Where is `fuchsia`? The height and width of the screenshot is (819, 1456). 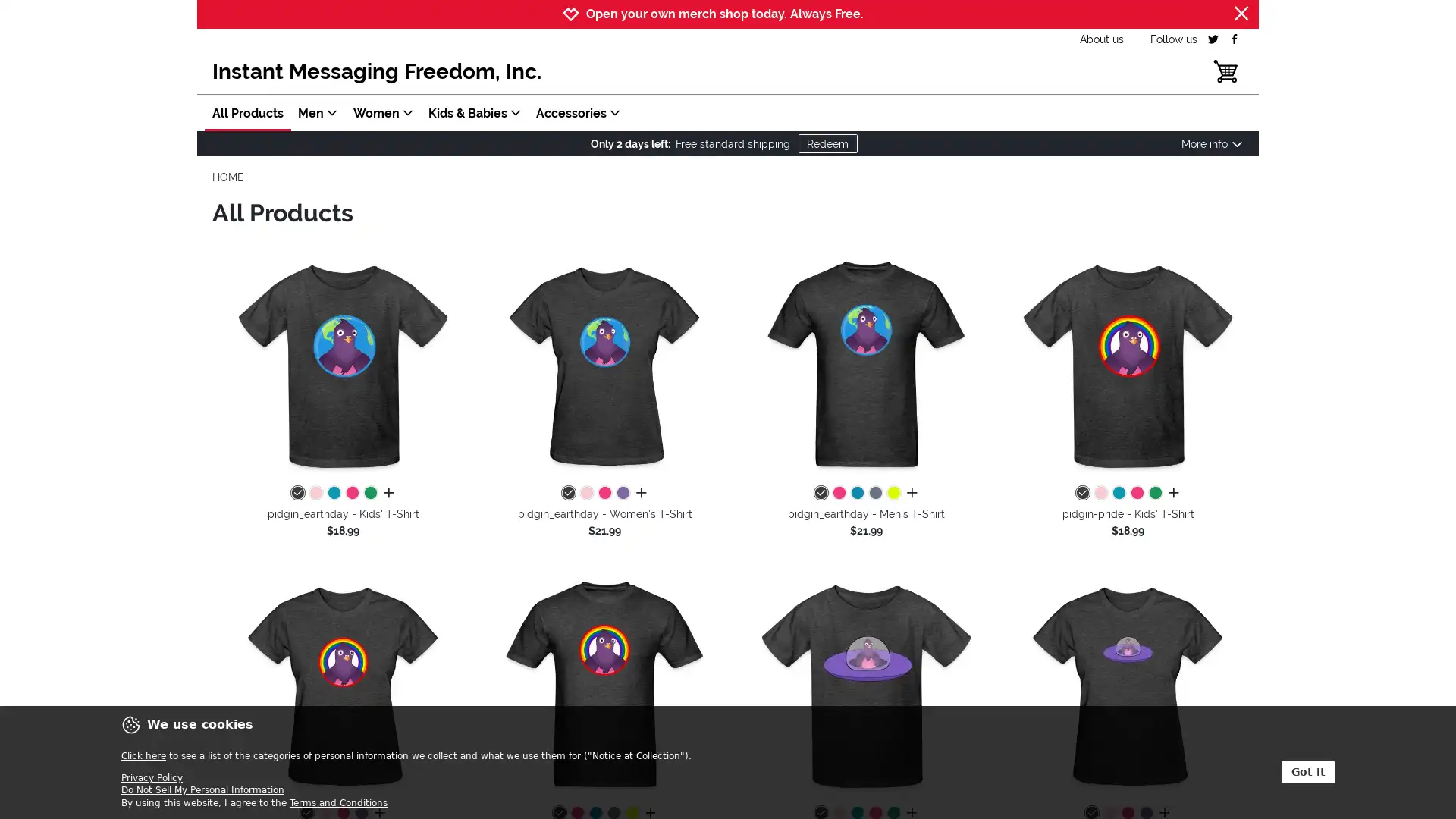
fuchsia is located at coordinates (1136, 494).